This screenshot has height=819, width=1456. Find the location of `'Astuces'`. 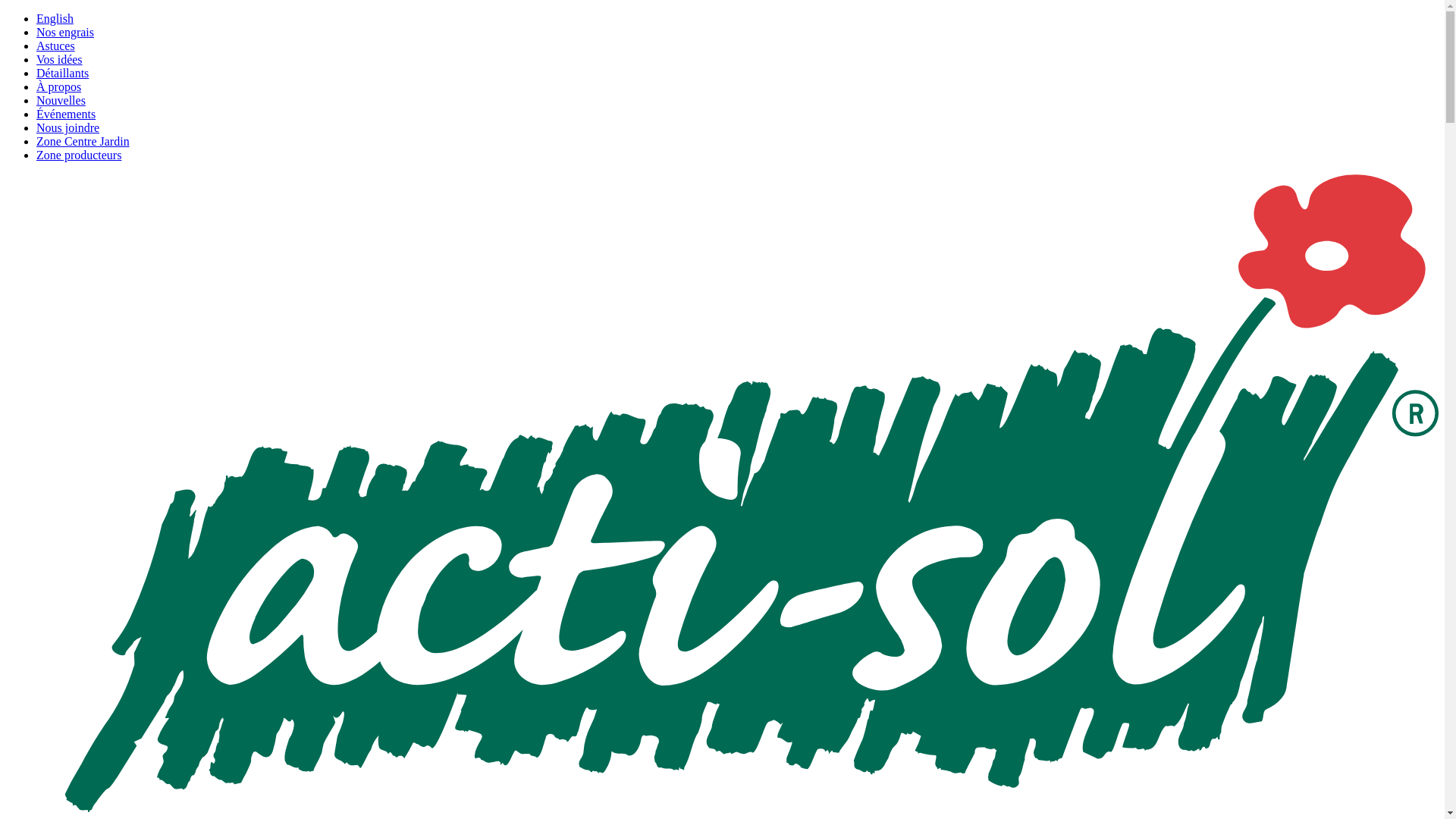

'Astuces' is located at coordinates (55, 45).